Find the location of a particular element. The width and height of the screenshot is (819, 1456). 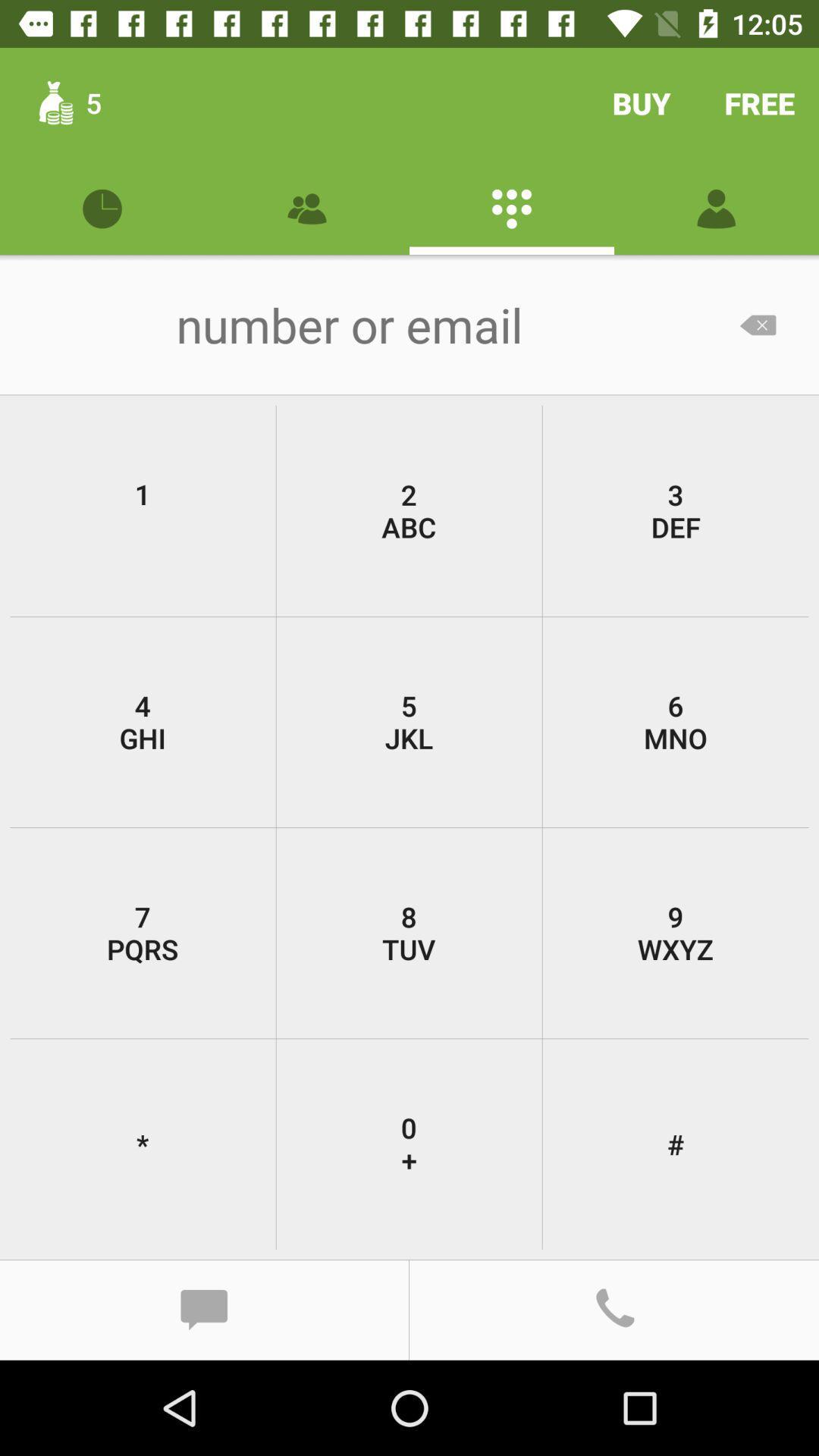

the item below 4 is located at coordinates (143, 932).